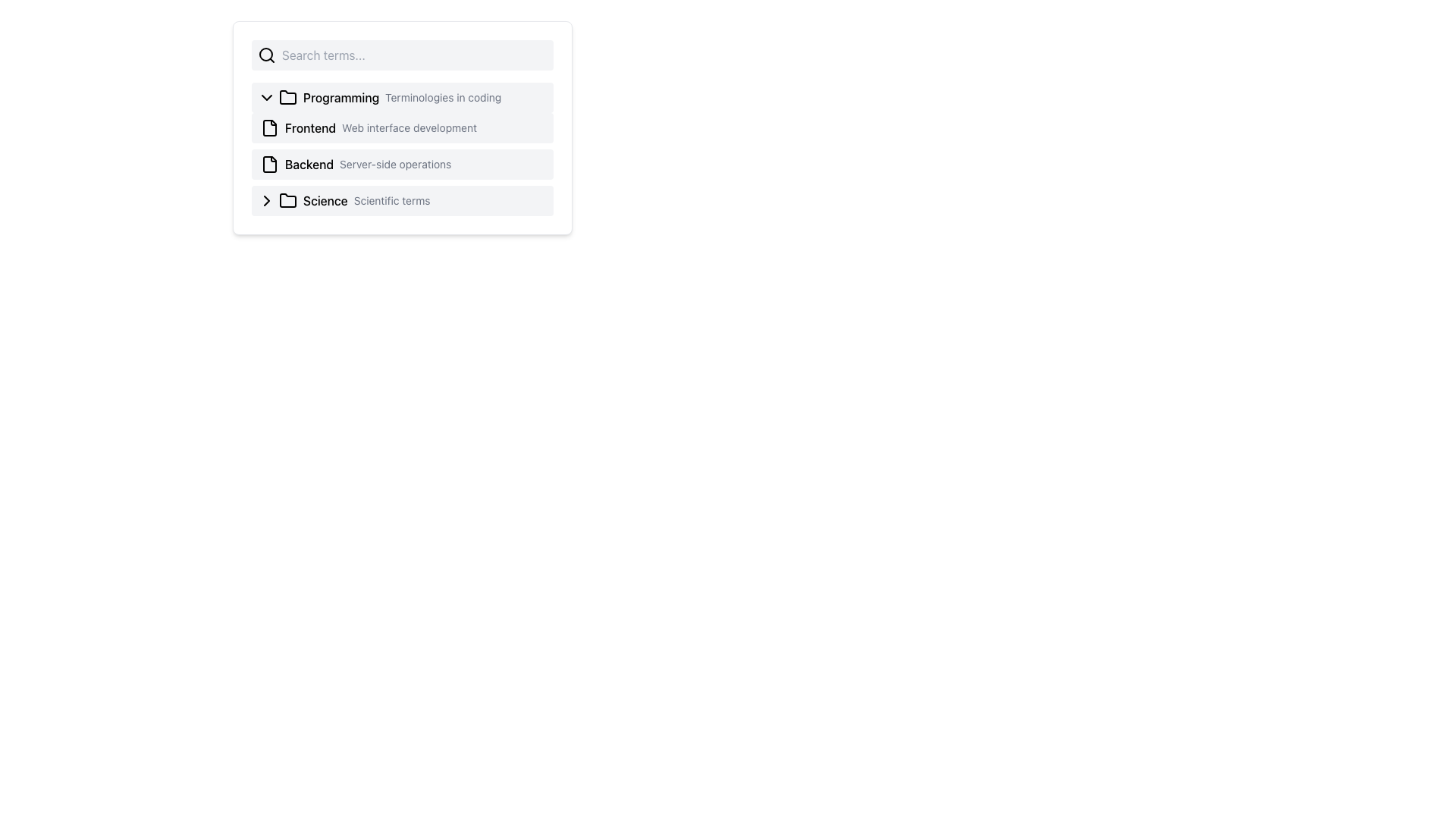 Image resolution: width=1456 pixels, height=819 pixels. What do you see at coordinates (395, 164) in the screenshot?
I see `the text label displaying 'Server-side operations', which is located on the third row to the right of the 'Backend' label` at bounding box center [395, 164].